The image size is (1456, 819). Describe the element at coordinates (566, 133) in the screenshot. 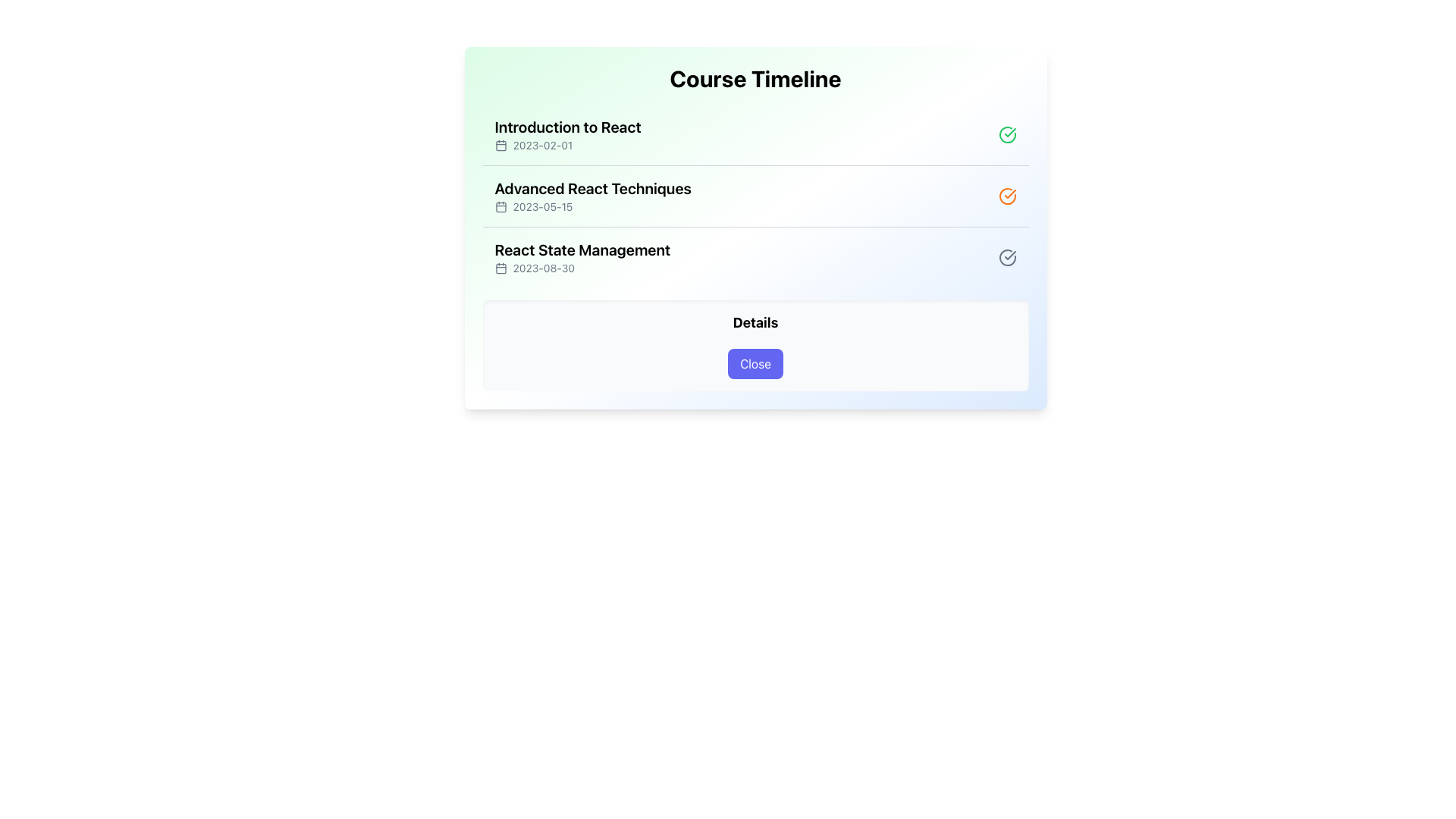

I see `the List Item with the bold headline 'Introduction to React' and subtitle '2023-02-01', which includes a calendar icon on the left, positioned at the top of the course timeline list` at that location.